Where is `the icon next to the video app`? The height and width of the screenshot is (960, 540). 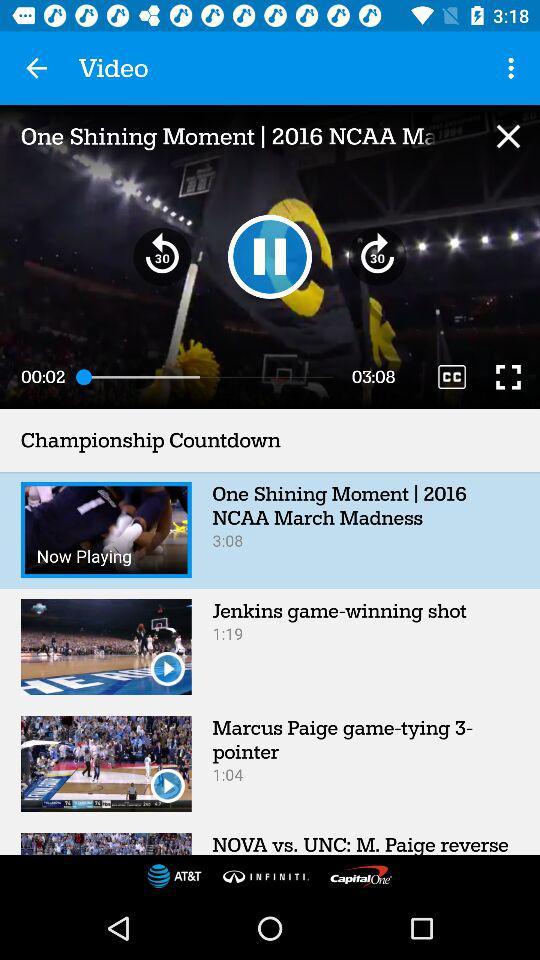
the icon next to the video app is located at coordinates (36, 68).